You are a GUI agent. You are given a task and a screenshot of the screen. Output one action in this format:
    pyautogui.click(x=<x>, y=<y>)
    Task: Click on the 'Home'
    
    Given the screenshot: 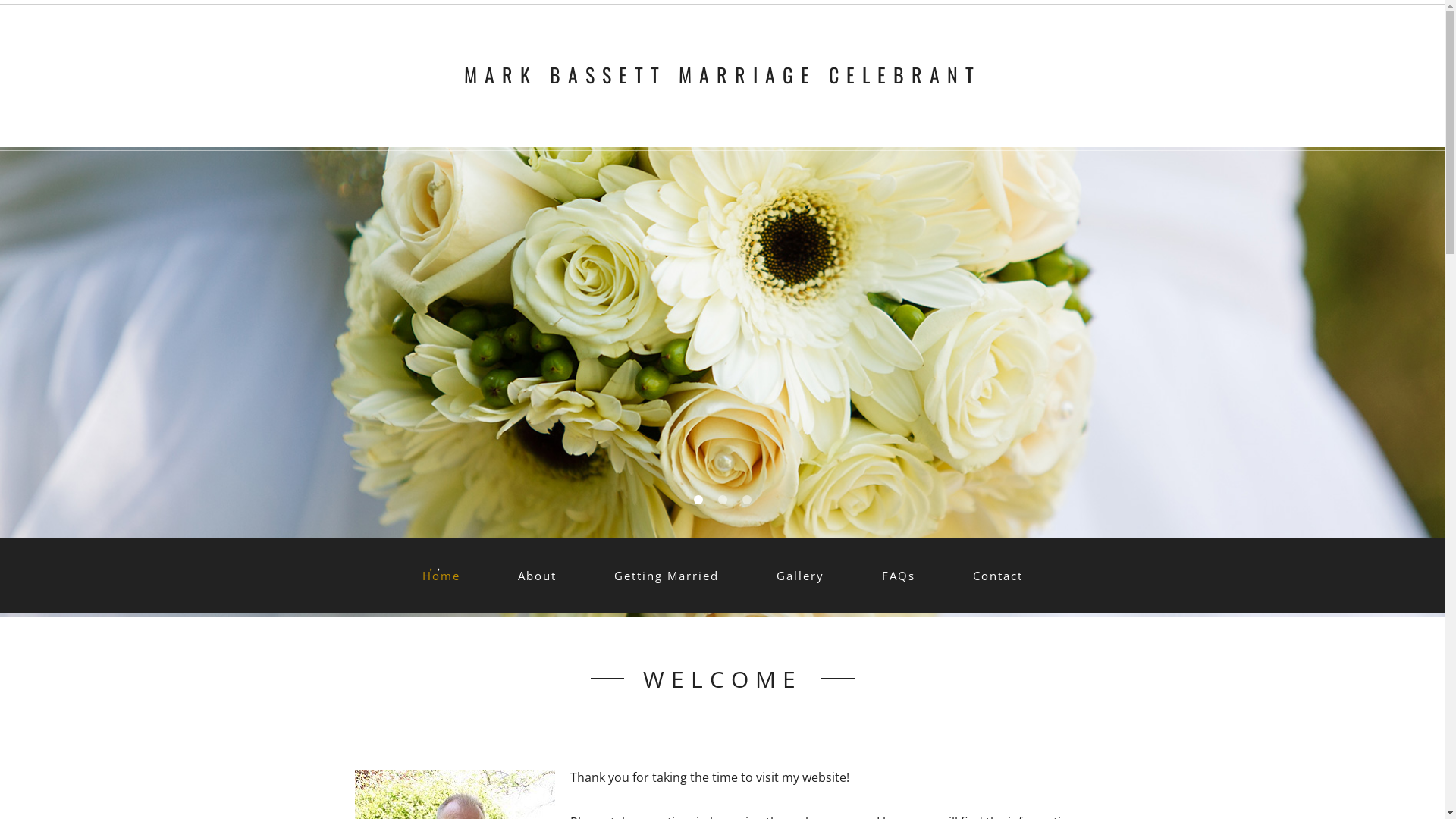 What is the action you would take?
    pyautogui.click(x=440, y=576)
    